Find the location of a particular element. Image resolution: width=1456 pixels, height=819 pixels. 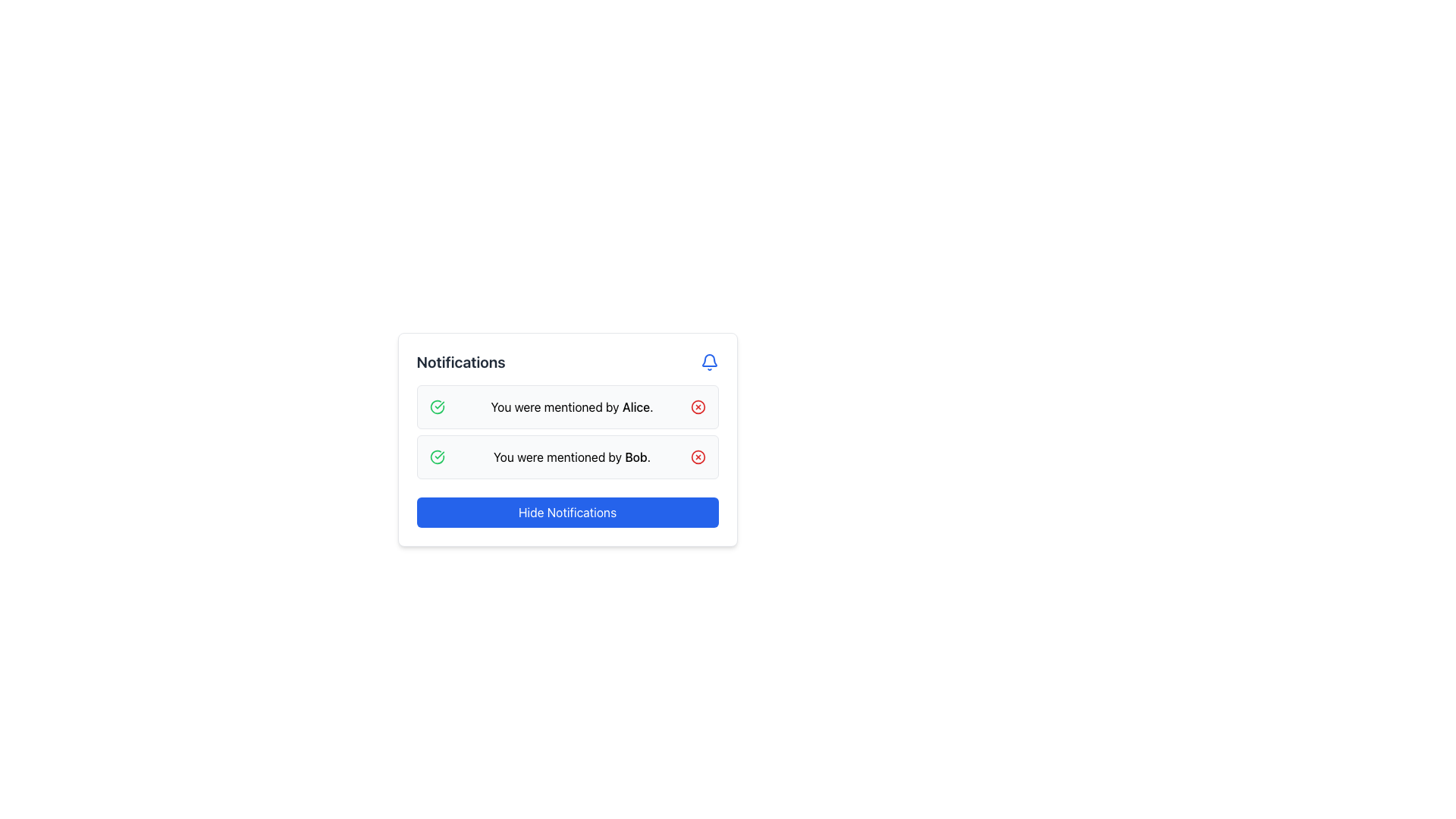

the text element that informs the user about a mention from 'Bob' in the second notification card, positioned between a green tick icon and a red close icon is located at coordinates (571, 456).